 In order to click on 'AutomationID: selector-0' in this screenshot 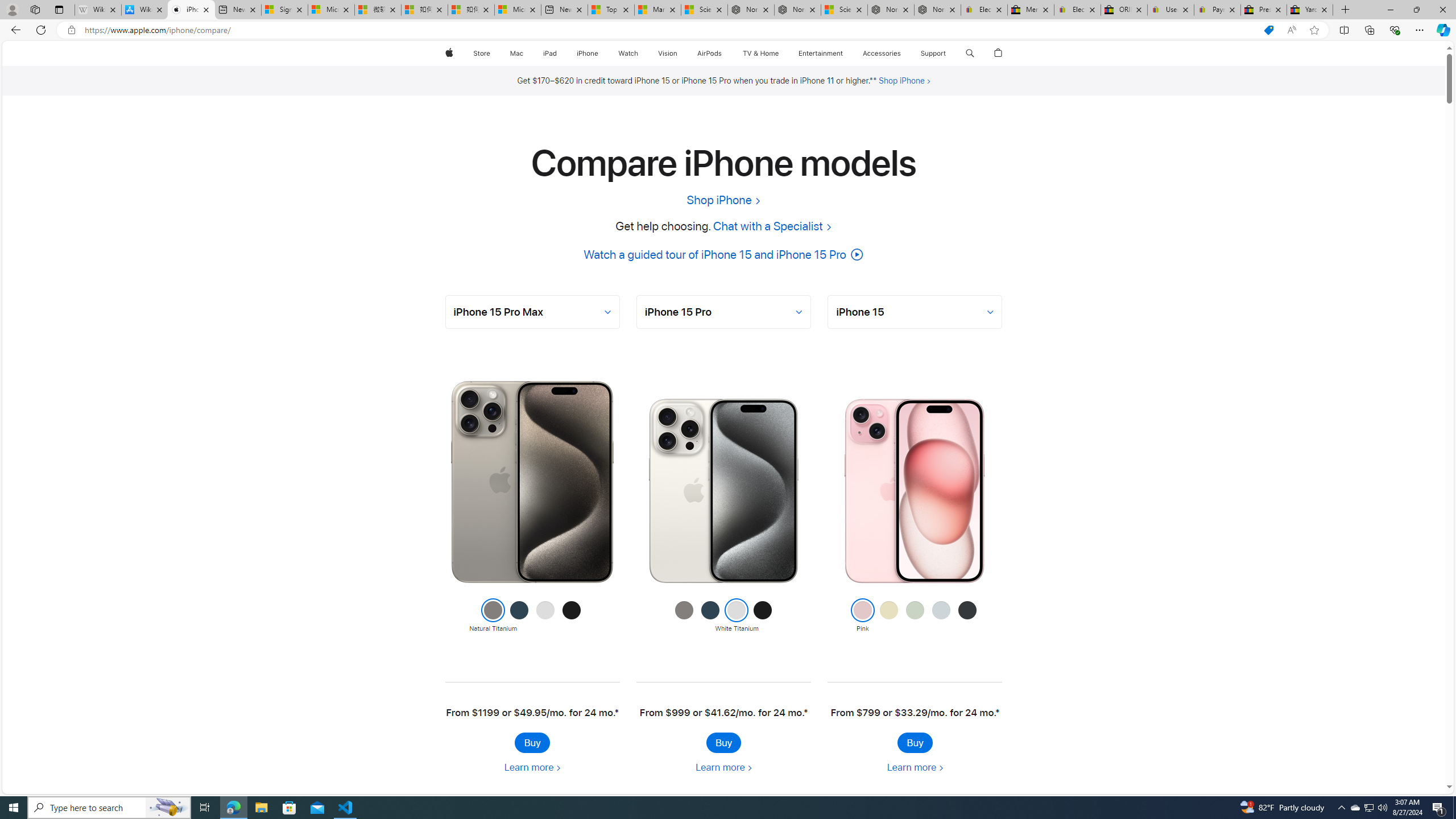, I will do `click(531, 311)`.